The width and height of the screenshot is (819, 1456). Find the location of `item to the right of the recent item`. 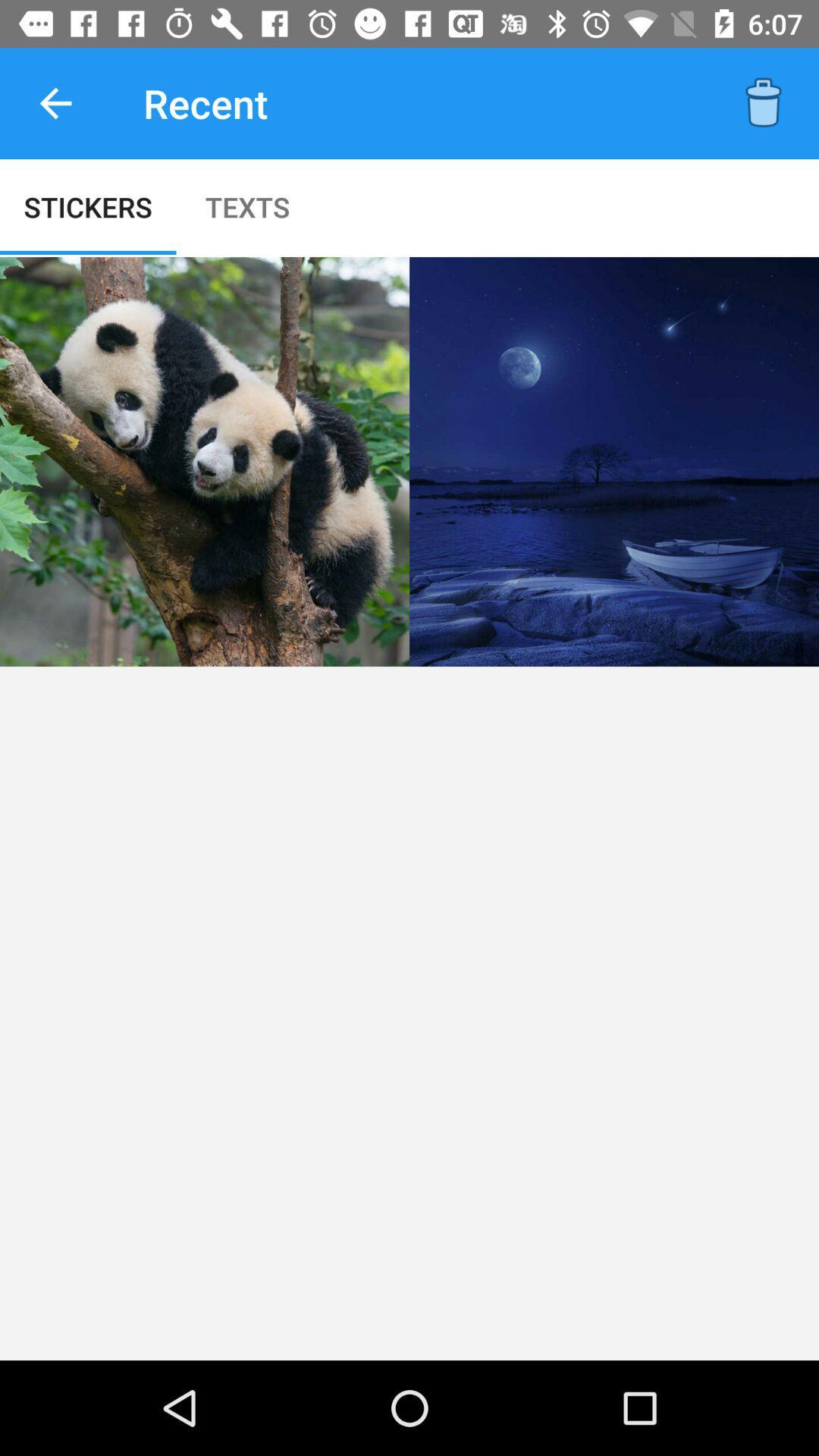

item to the right of the recent item is located at coordinates (763, 102).